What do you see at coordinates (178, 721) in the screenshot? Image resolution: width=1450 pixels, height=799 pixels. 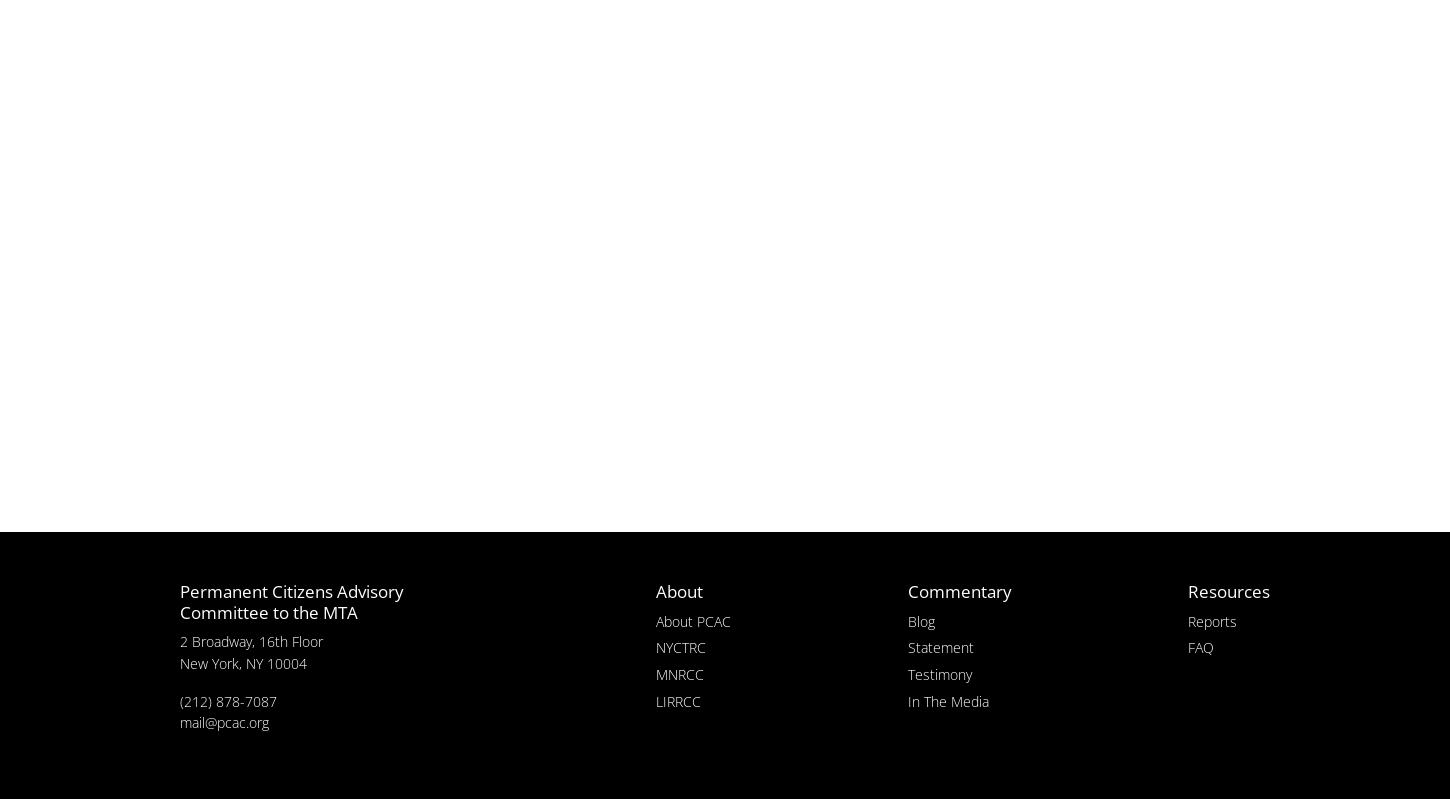 I see `'mail@pcac.org'` at bounding box center [178, 721].